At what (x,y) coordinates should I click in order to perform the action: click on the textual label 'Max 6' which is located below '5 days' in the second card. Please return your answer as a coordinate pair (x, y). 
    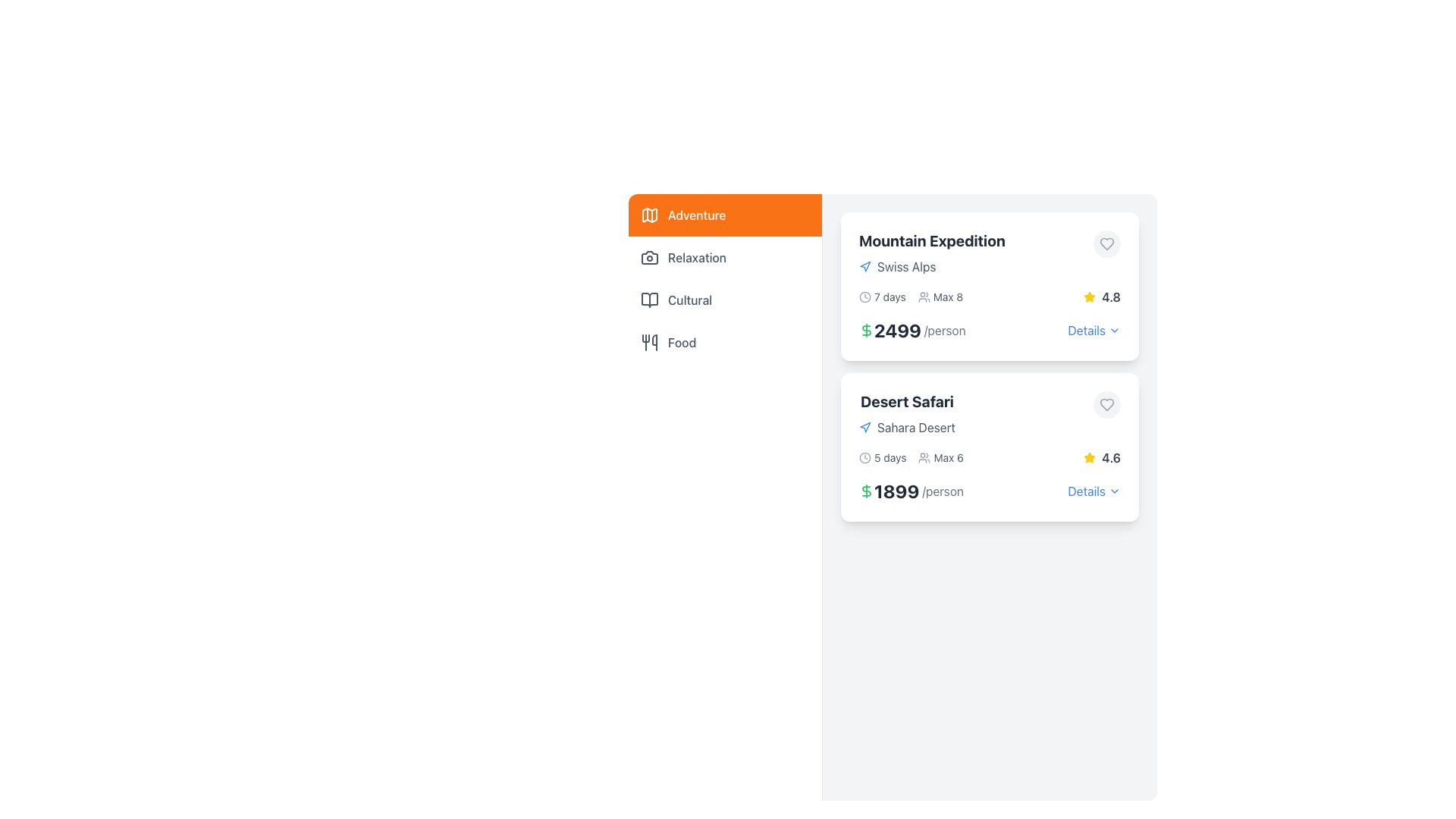
    Looking at the image, I should click on (940, 457).